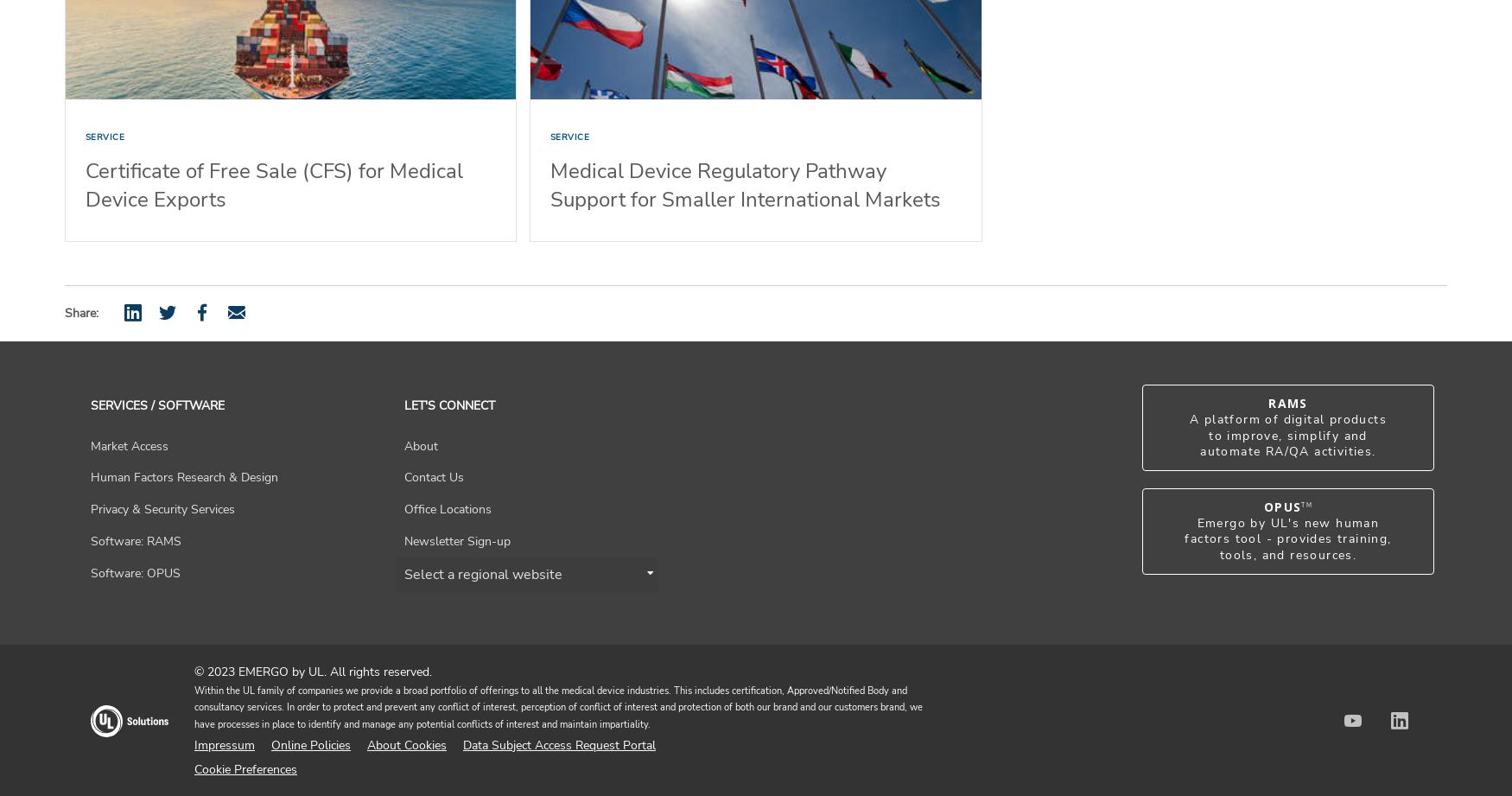 This screenshot has width=1512, height=796. What do you see at coordinates (1288, 434) in the screenshot?
I see `'A platform of digital products to improve, simplify and automate RA/QA activities.'` at bounding box center [1288, 434].